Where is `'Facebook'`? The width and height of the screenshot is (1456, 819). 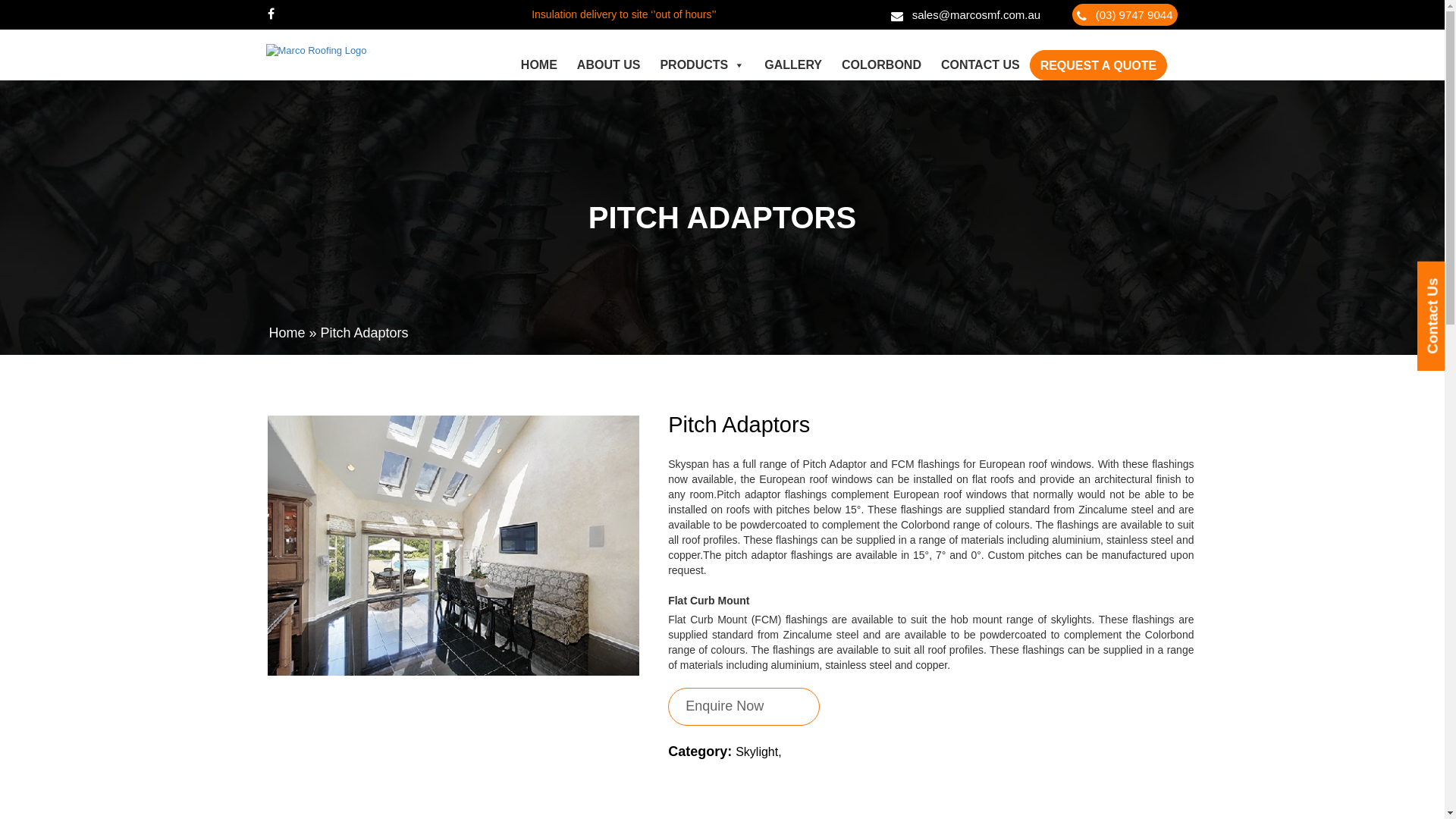 'Facebook' is located at coordinates (266, 14).